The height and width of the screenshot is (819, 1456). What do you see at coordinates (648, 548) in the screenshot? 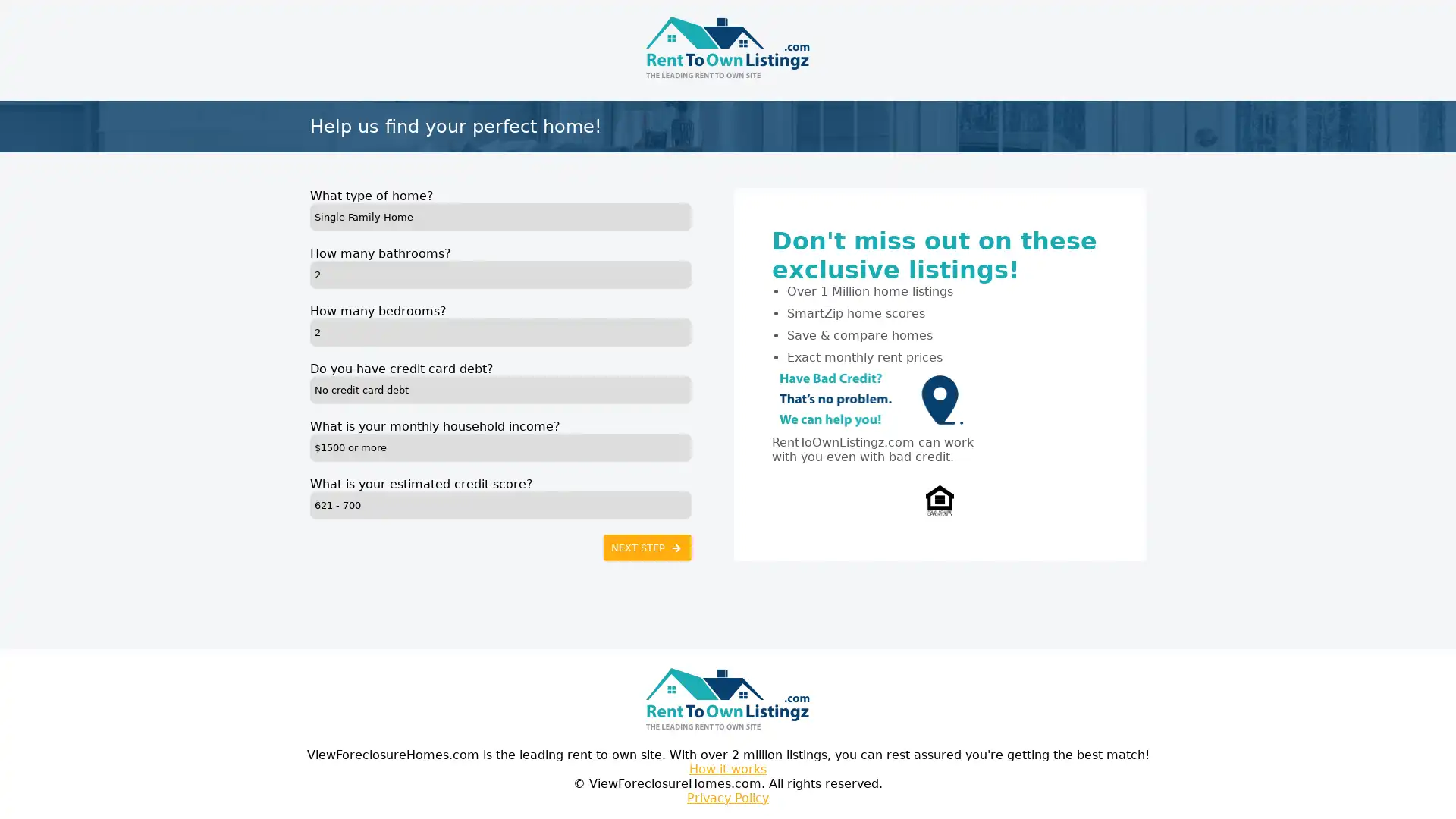
I see `NEXT STEP` at bounding box center [648, 548].